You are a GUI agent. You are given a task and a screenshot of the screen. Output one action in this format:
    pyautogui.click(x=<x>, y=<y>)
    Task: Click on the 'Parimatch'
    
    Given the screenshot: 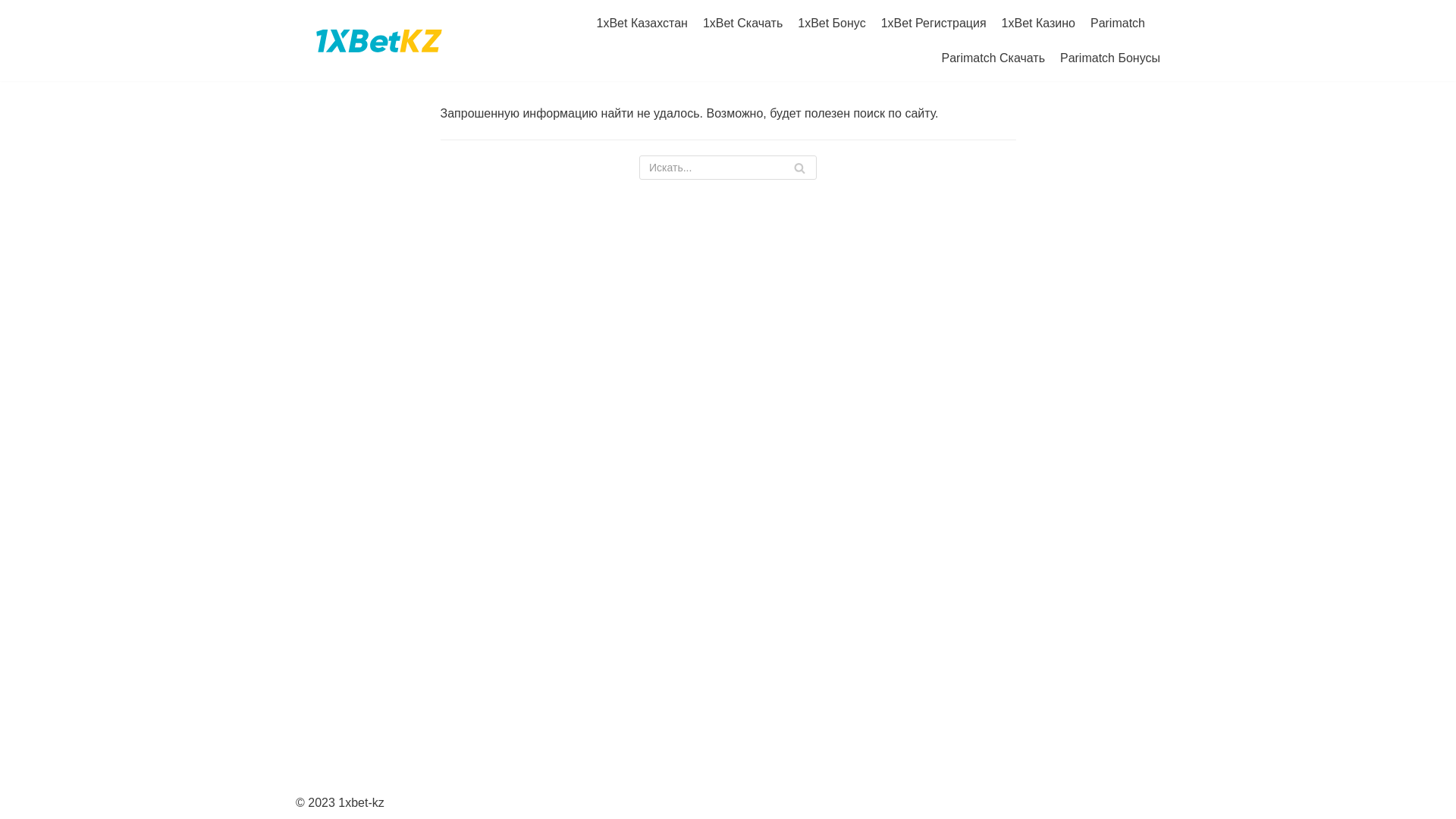 What is the action you would take?
    pyautogui.click(x=1117, y=23)
    